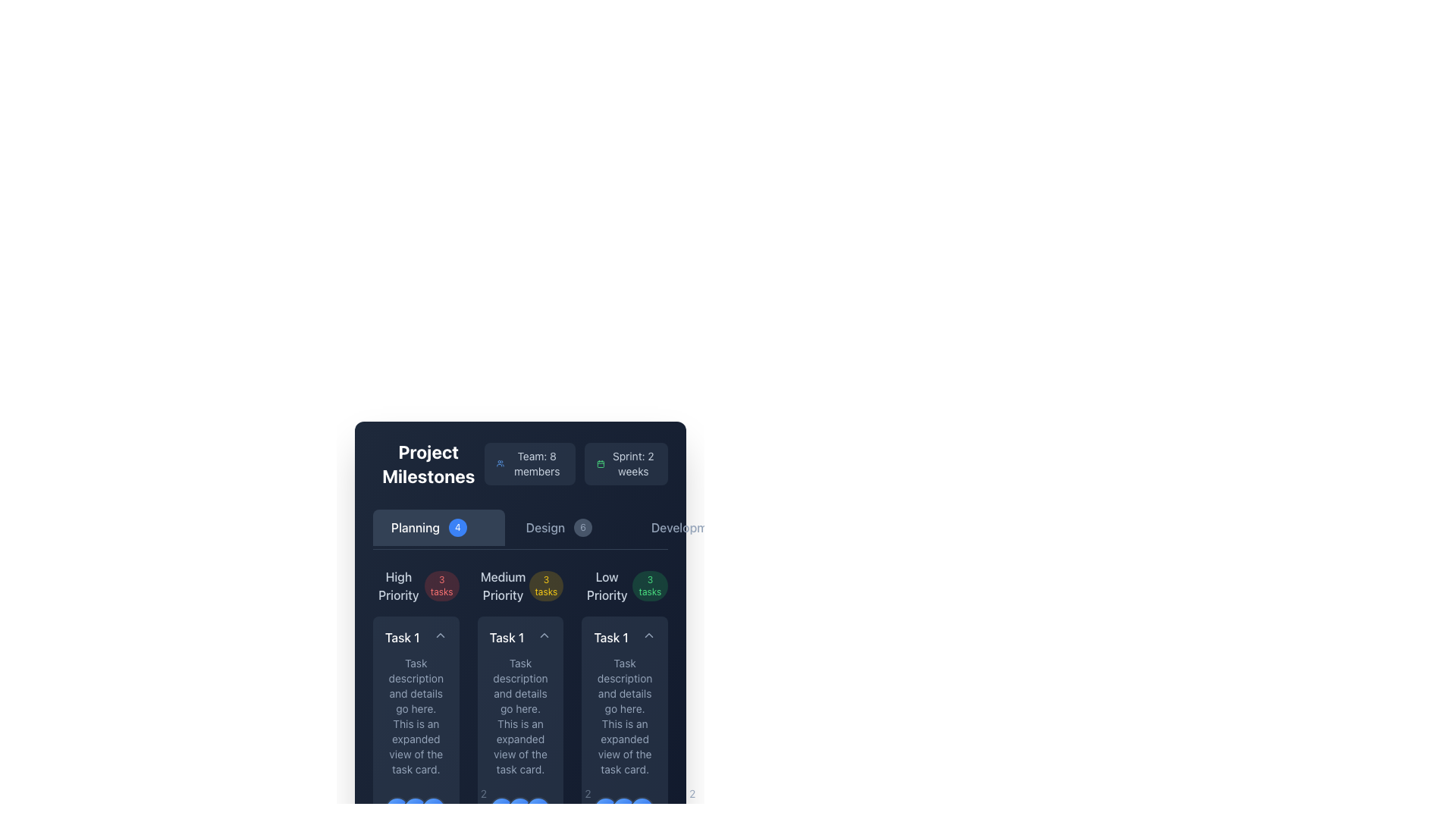  Describe the element at coordinates (564, 808) in the screenshot. I see `the small, circular clock icon located to the immediate left of the text '2 days left' in the task card` at that location.